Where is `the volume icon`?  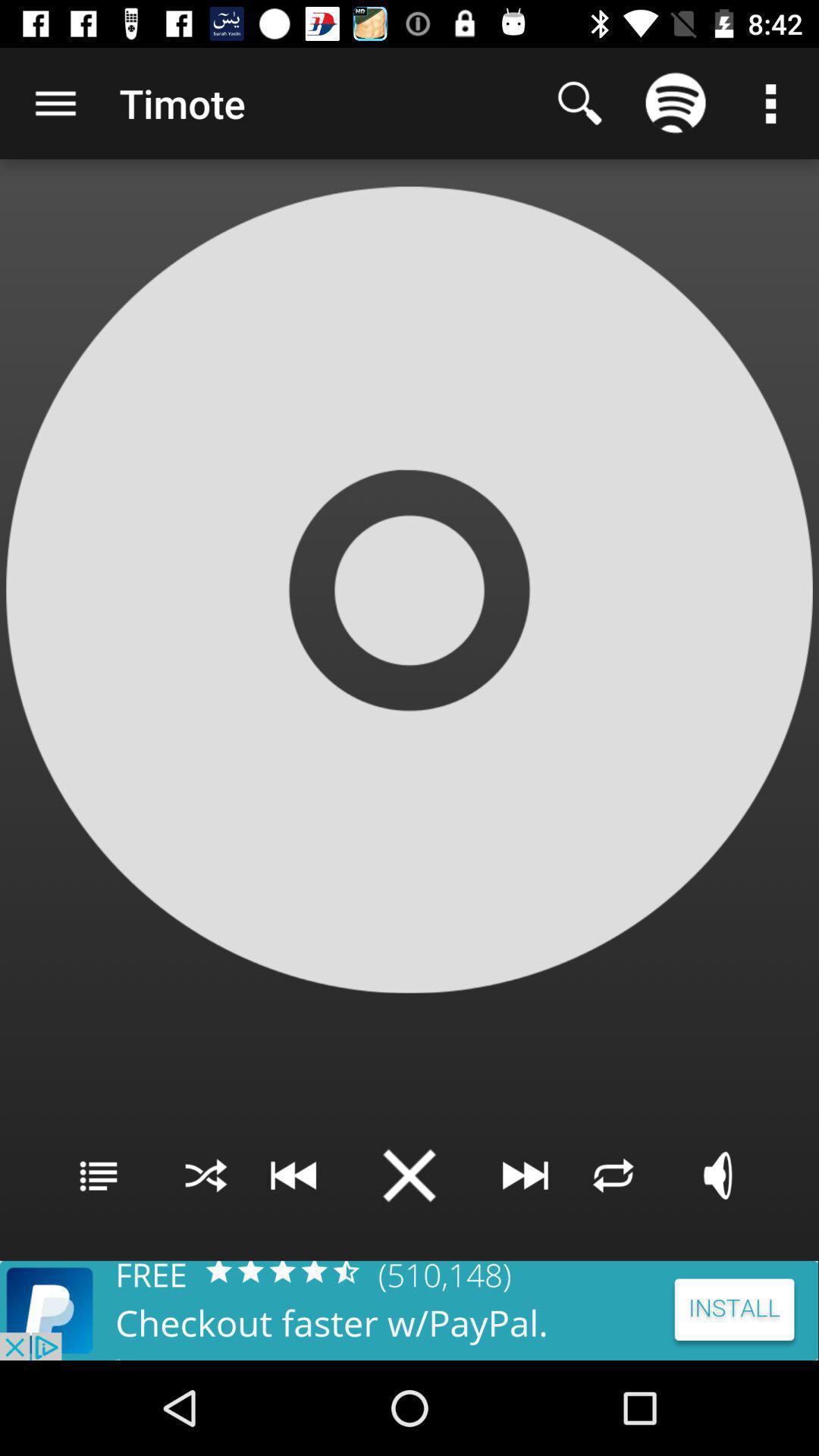 the volume icon is located at coordinates (719, 1175).